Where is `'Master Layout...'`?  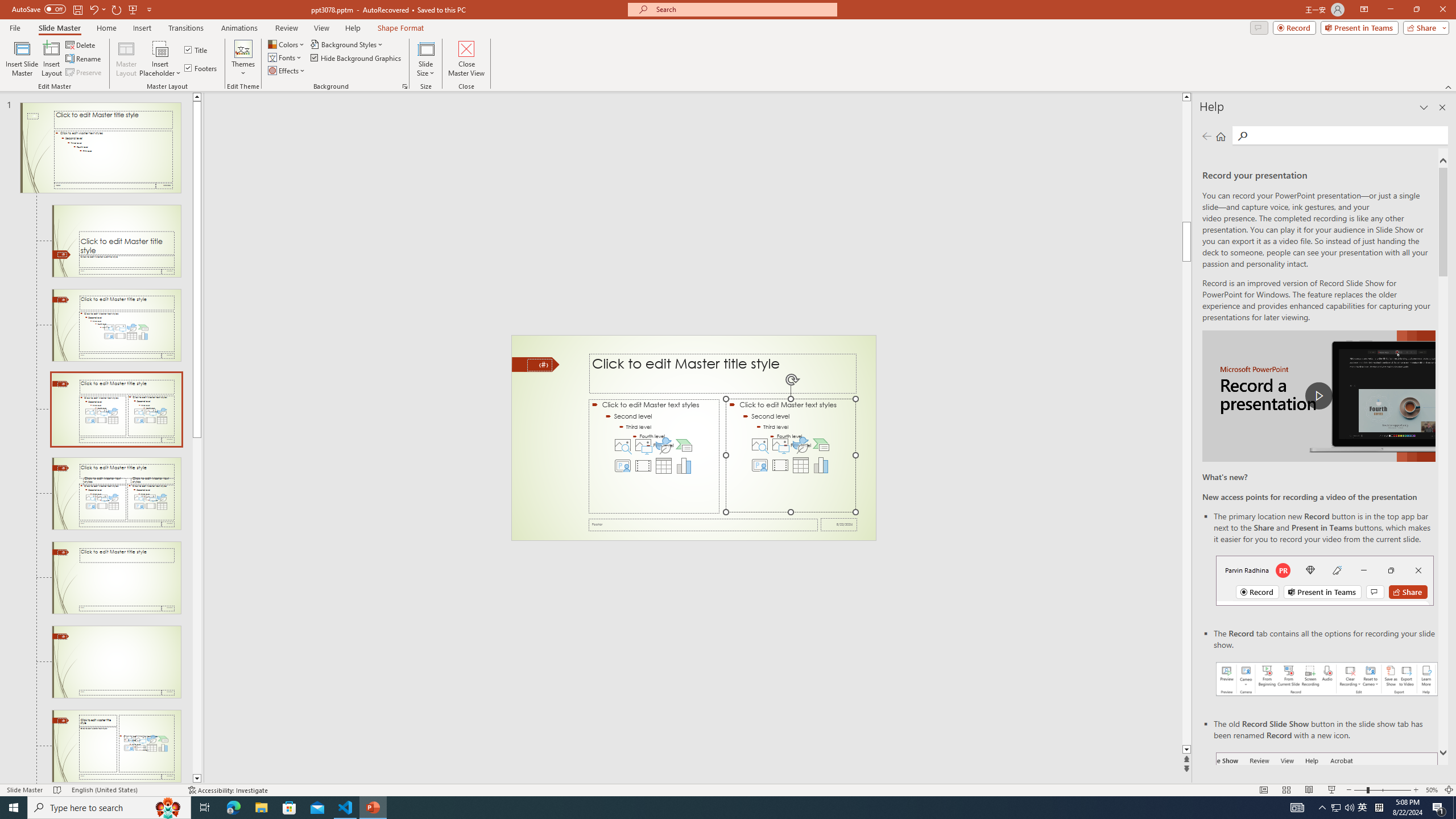 'Master Layout...' is located at coordinates (126, 59).